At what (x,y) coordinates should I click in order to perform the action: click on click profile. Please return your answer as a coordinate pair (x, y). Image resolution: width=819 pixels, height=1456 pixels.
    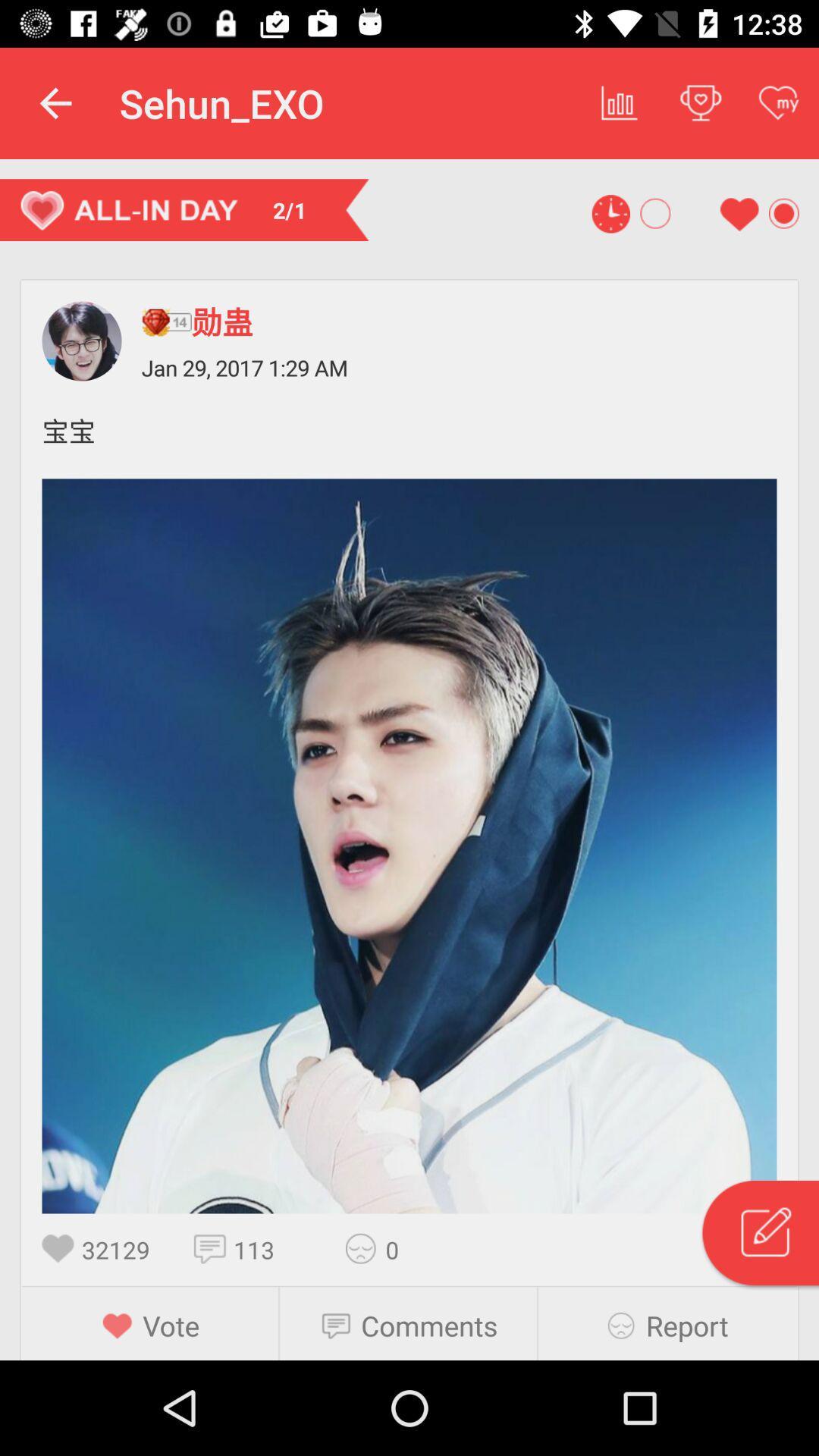
    Looking at the image, I should click on (82, 340).